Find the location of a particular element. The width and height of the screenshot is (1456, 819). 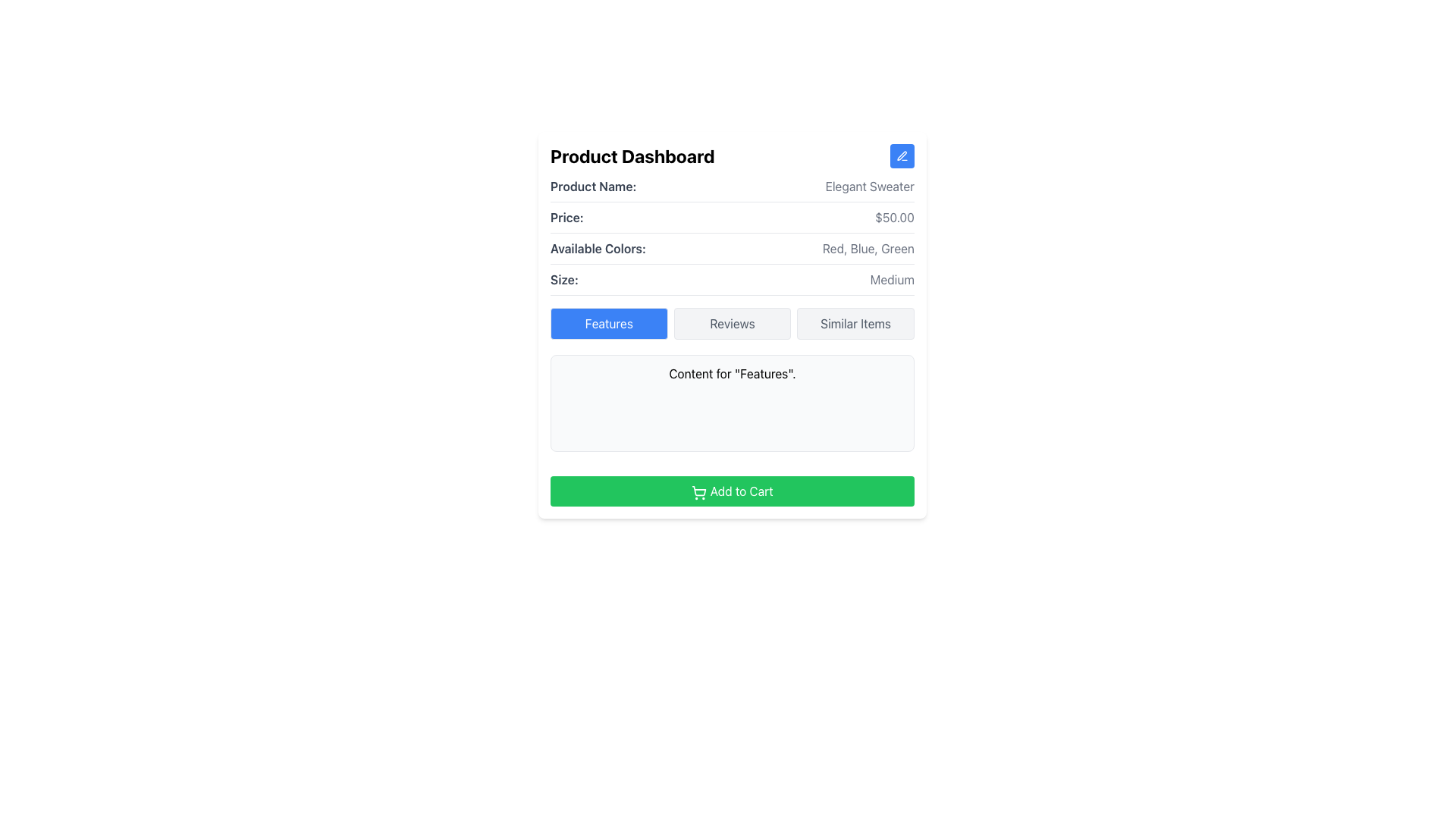

the Text Label displaying 'Red, Blue, Green', which is styled in gray and positioned next to the label 'Available Colors:' is located at coordinates (868, 247).